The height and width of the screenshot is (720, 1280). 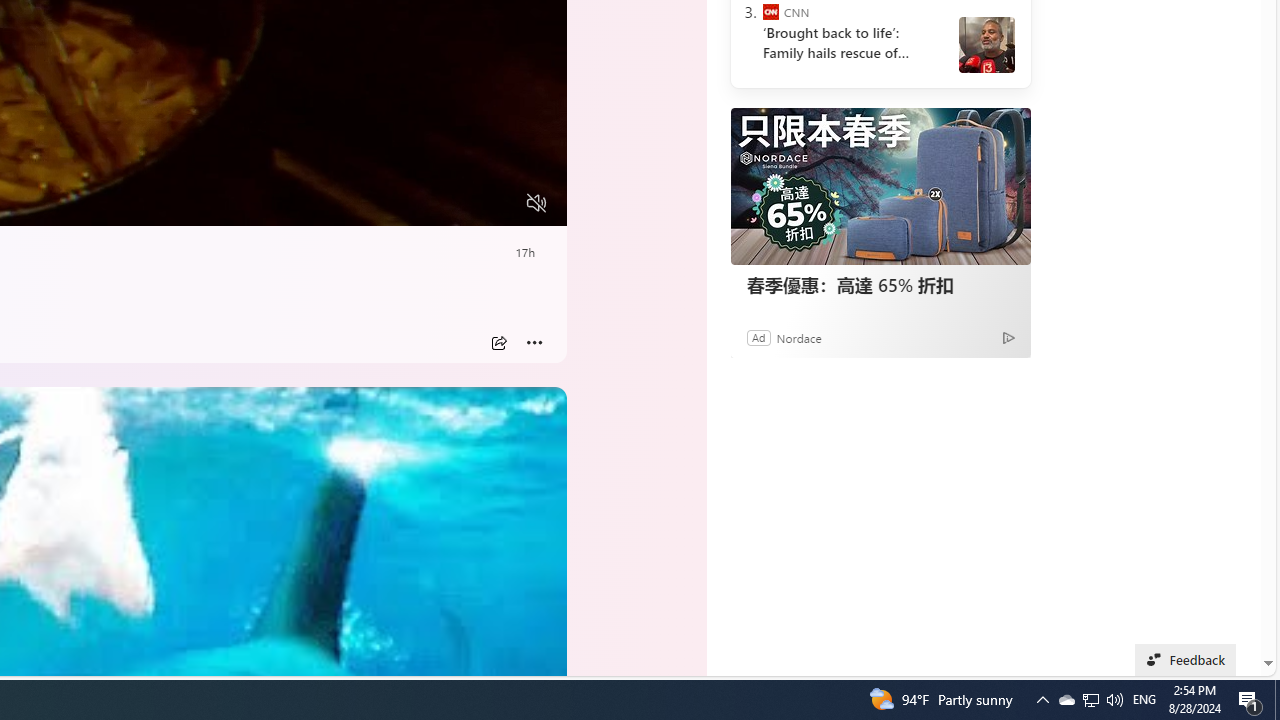 I want to click on 'CNN', so click(x=769, y=12).